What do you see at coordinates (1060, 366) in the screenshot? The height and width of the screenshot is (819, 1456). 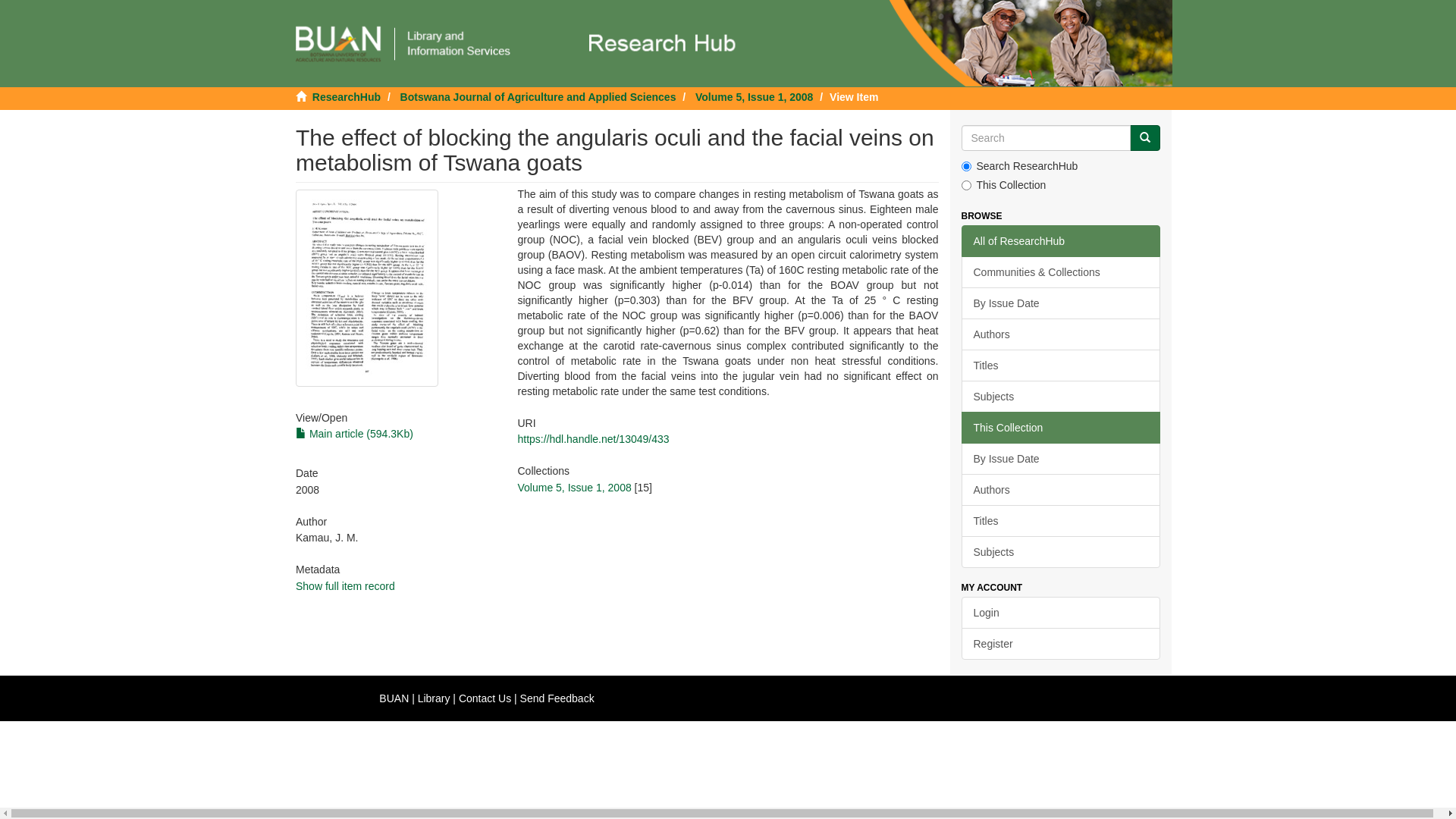 I see `'Titles'` at bounding box center [1060, 366].